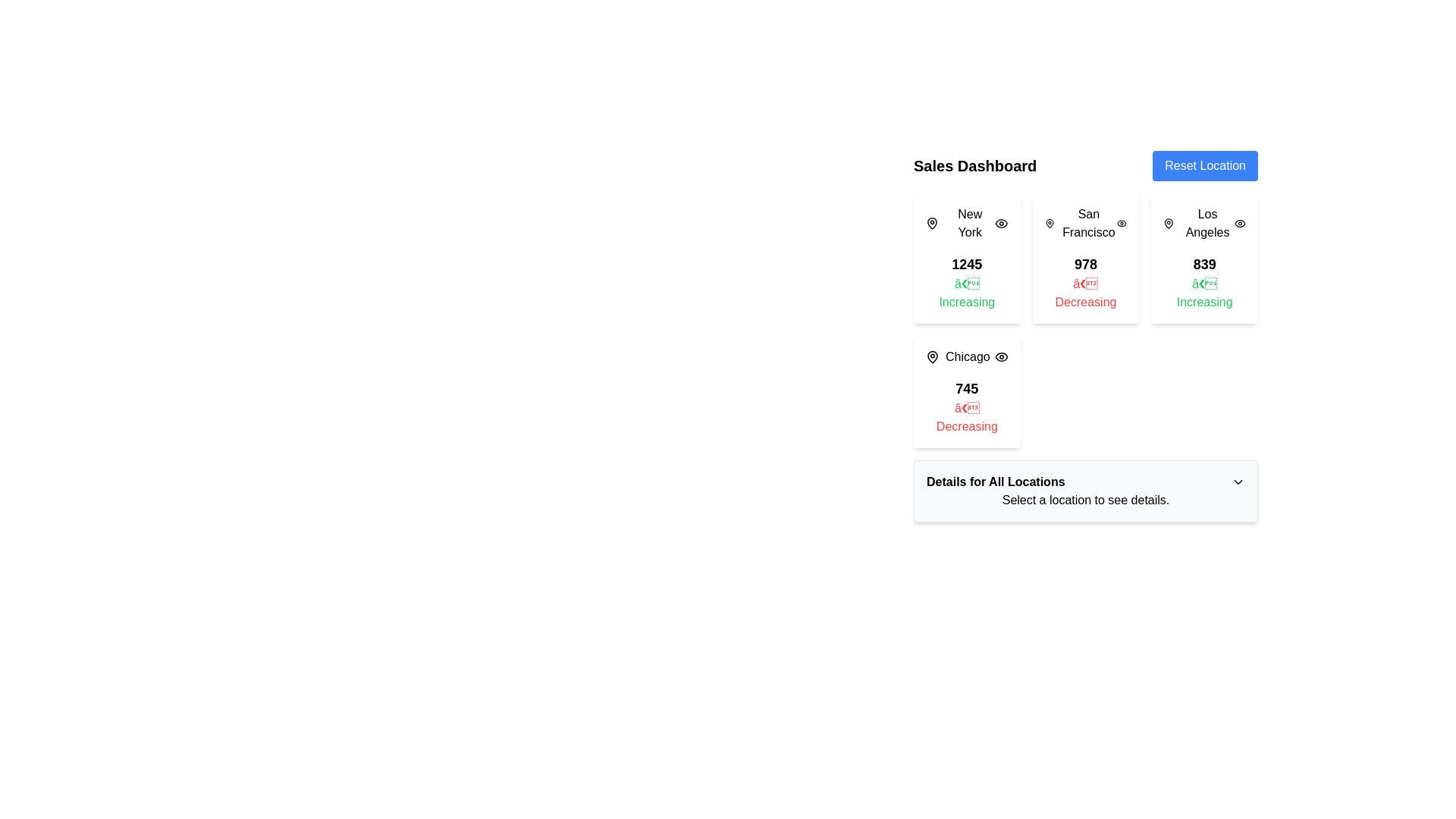 Image resolution: width=1456 pixels, height=819 pixels. What do you see at coordinates (1049, 223) in the screenshot?
I see `the map pin icon located beside the text 'San Francisco' in the Sales Dashboard` at bounding box center [1049, 223].